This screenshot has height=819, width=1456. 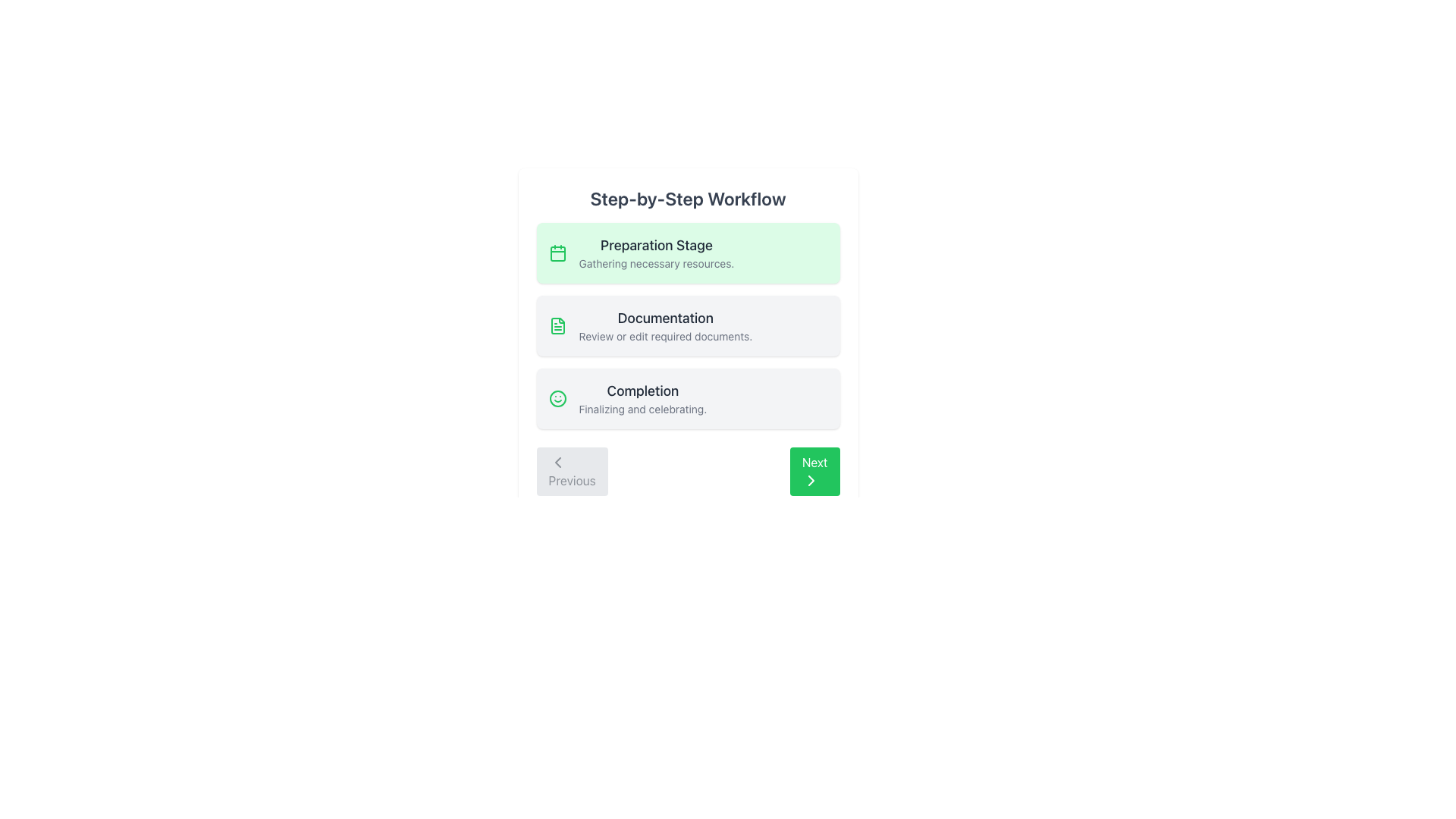 I want to click on the 'Completion' text label in the multi-step workflow, which indicates the current stage of the process, so click(x=642, y=391).